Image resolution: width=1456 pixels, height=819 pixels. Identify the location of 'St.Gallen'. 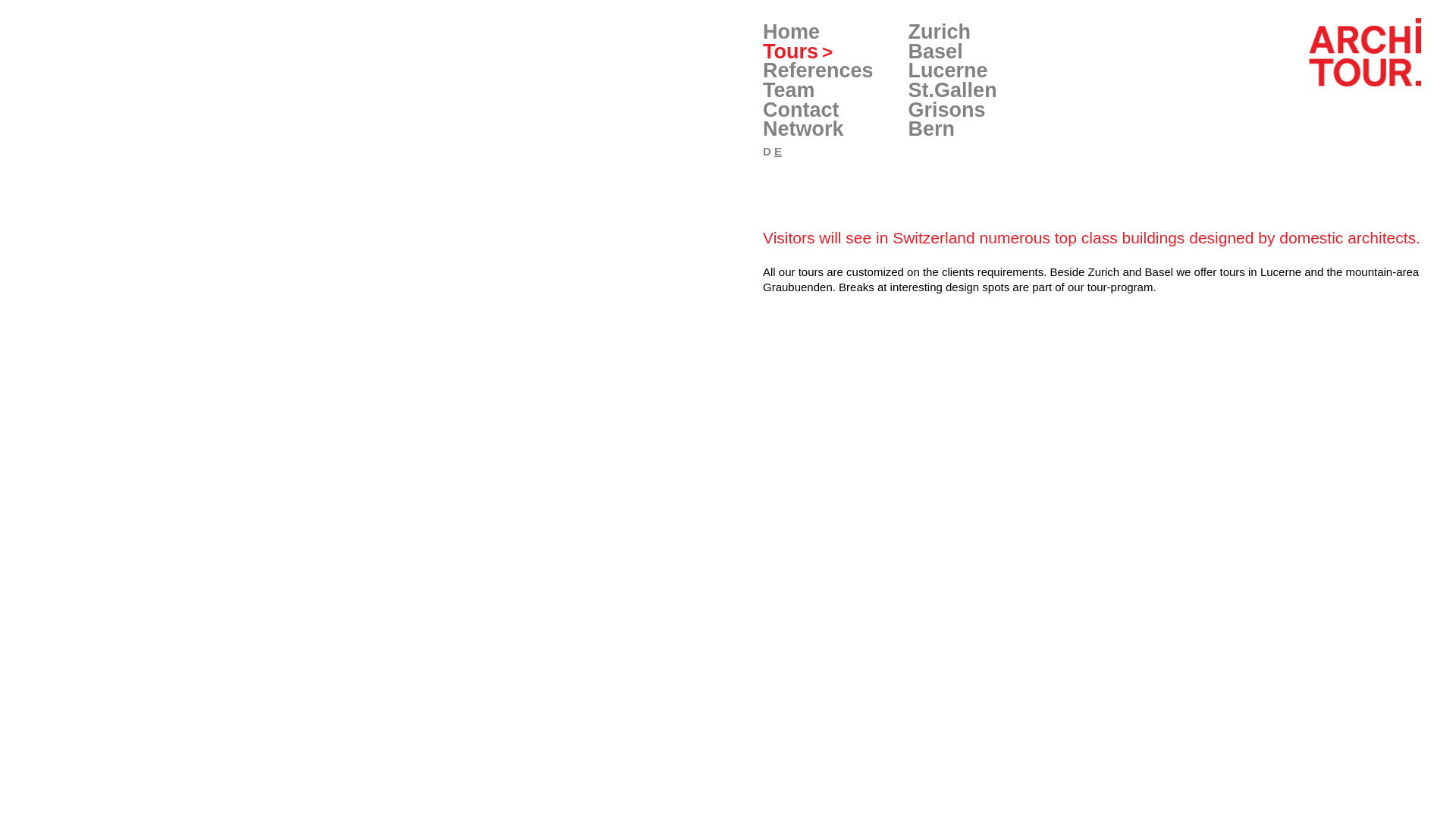
(952, 90).